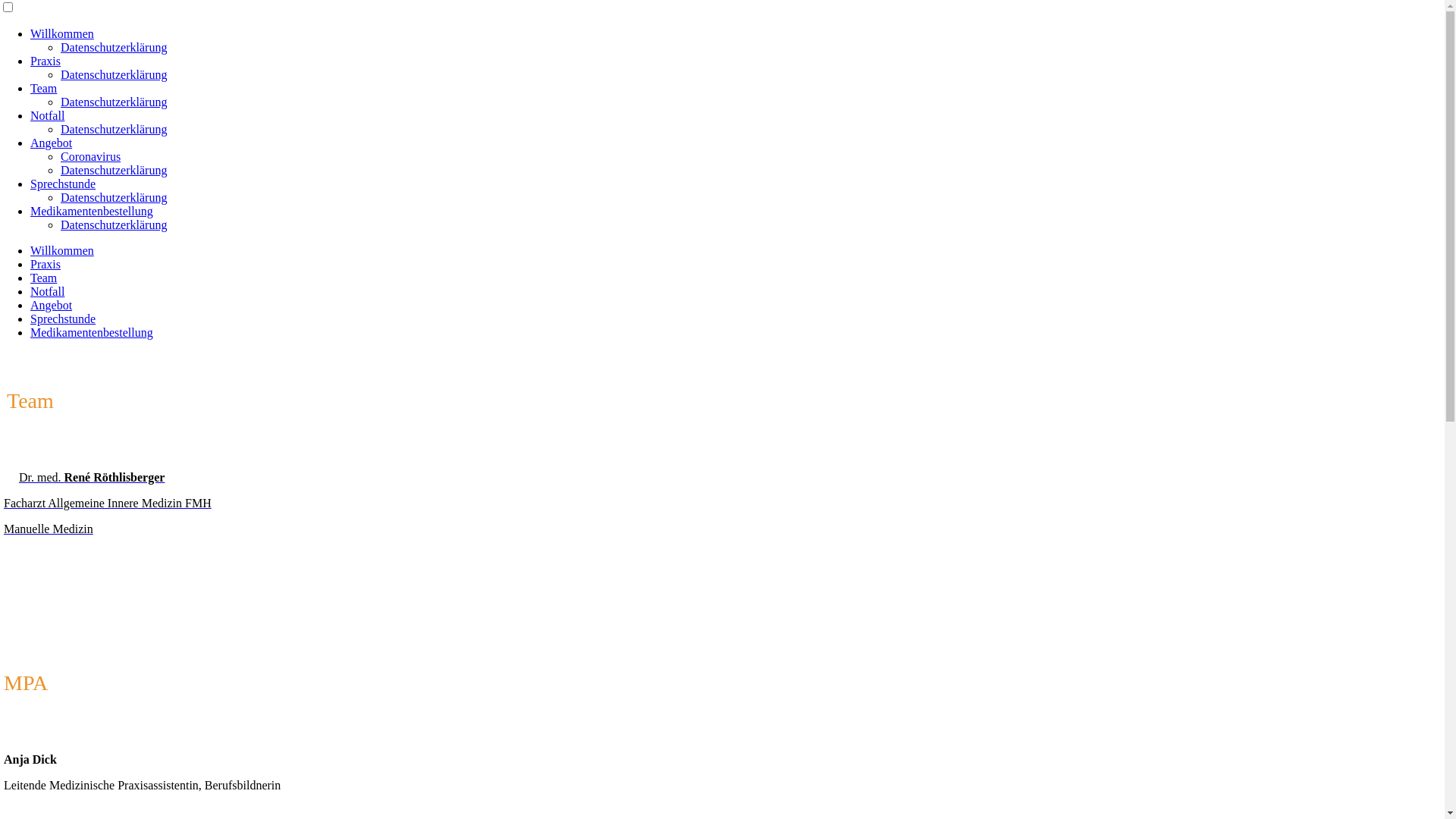 The height and width of the screenshot is (819, 1456). I want to click on 'Medikamentenbestellung', so click(30, 331).